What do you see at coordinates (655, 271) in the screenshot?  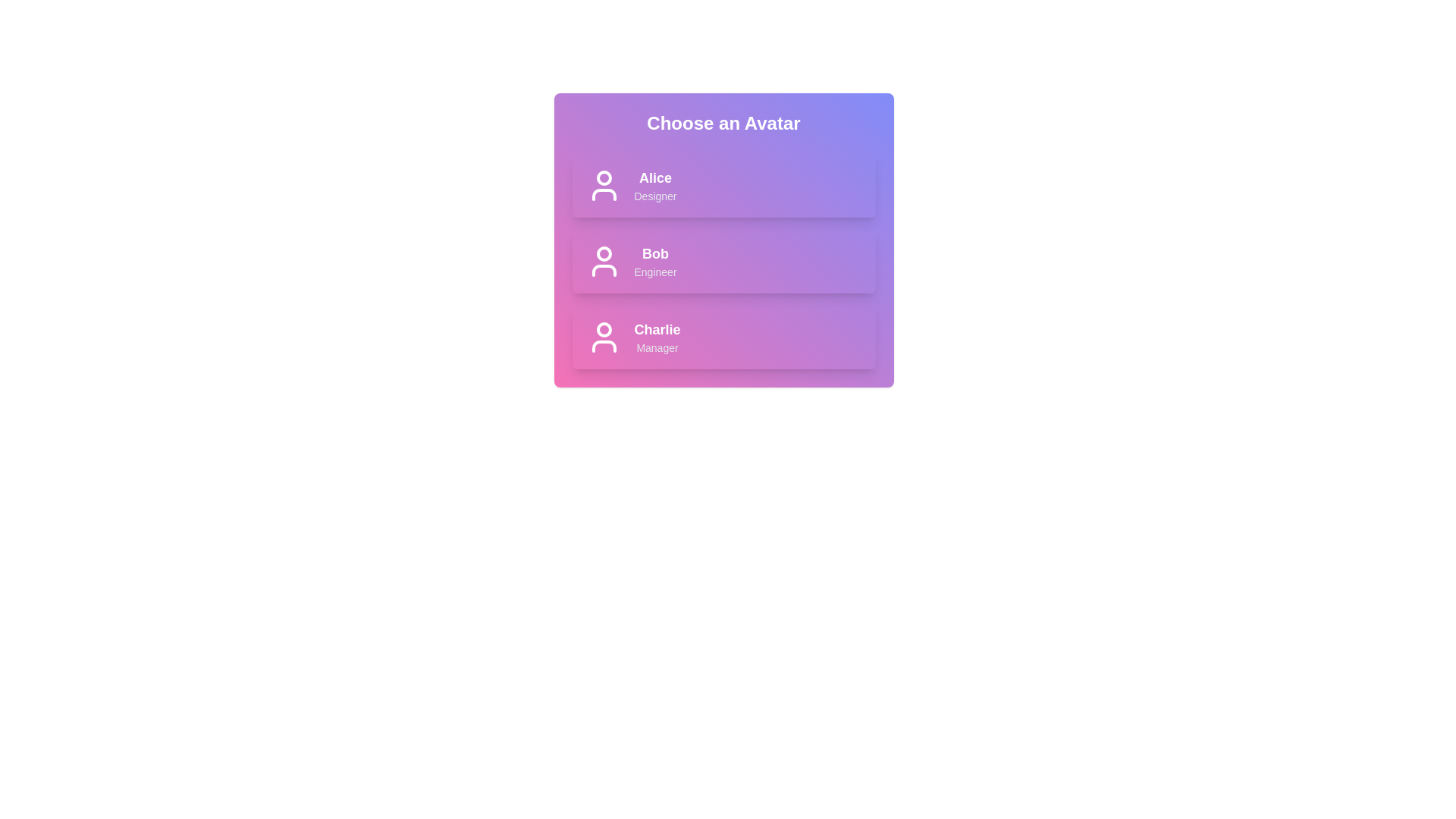 I see `the text label element reading 'Engineer', which is positioned directly beneath the text 'Bob'` at bounding box center [655, 271].